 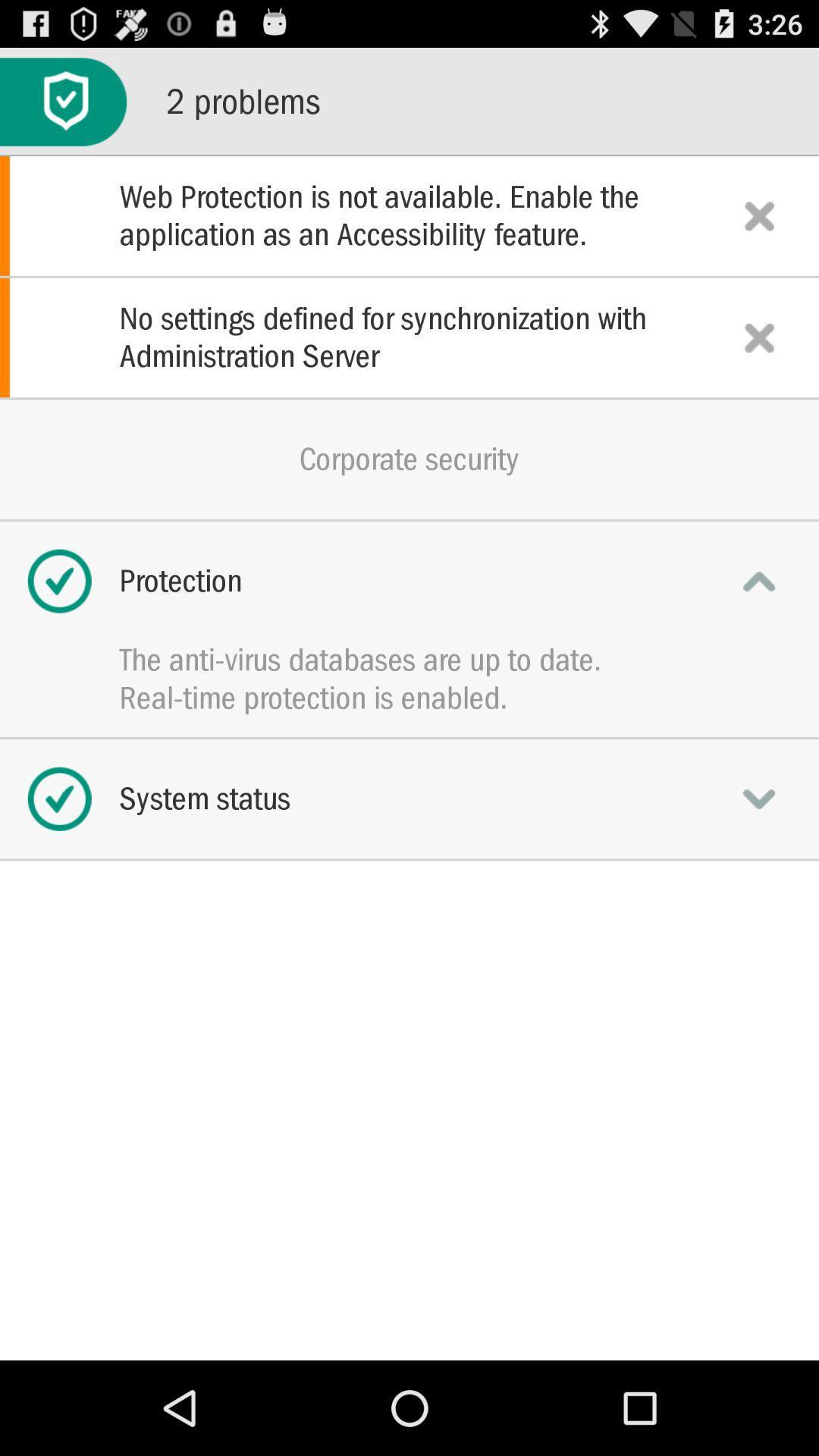 I want to click on notification, so click(x=759, y=337).